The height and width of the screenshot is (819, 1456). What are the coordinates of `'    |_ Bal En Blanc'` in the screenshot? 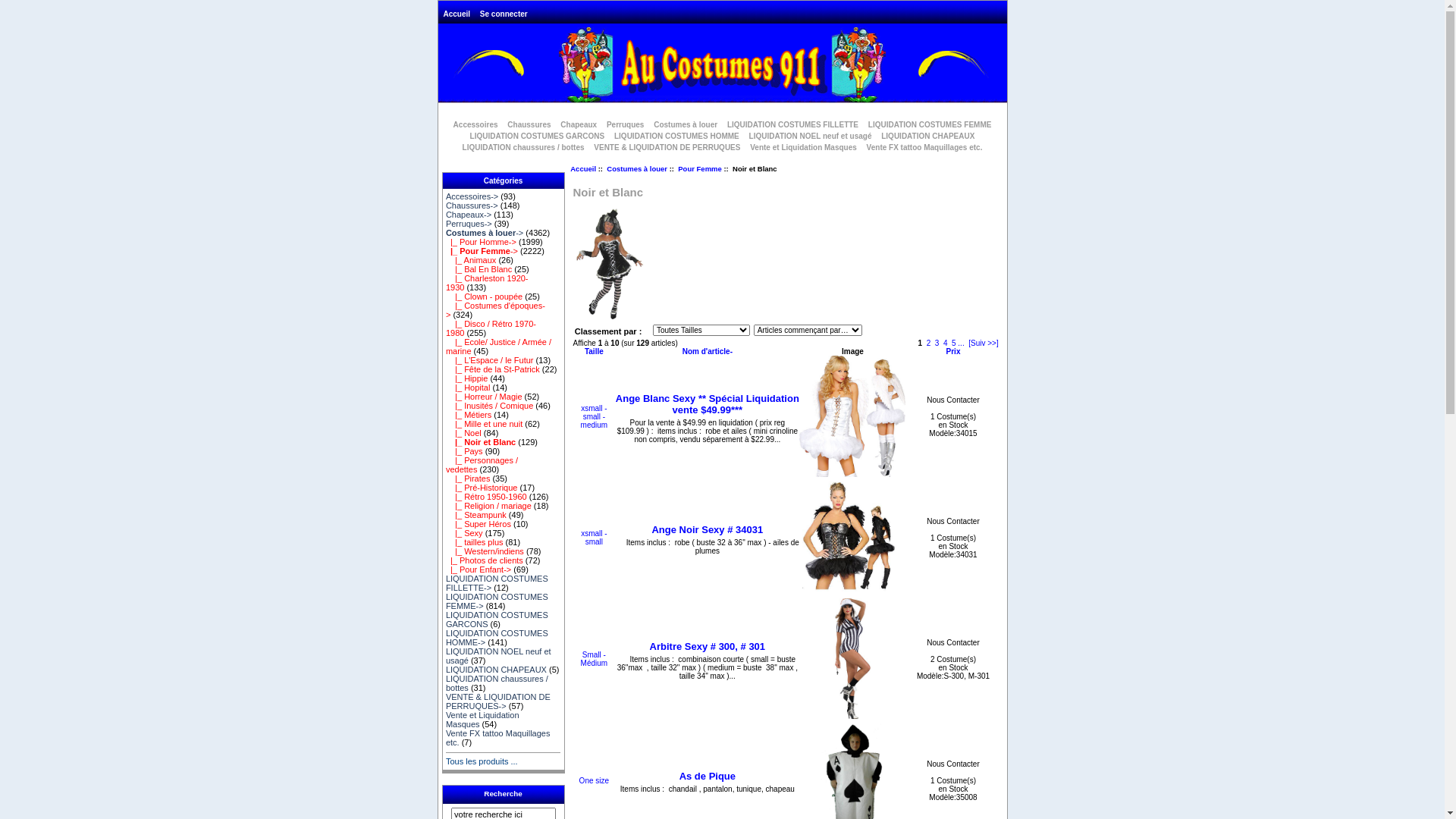 It's located at (478, 268).